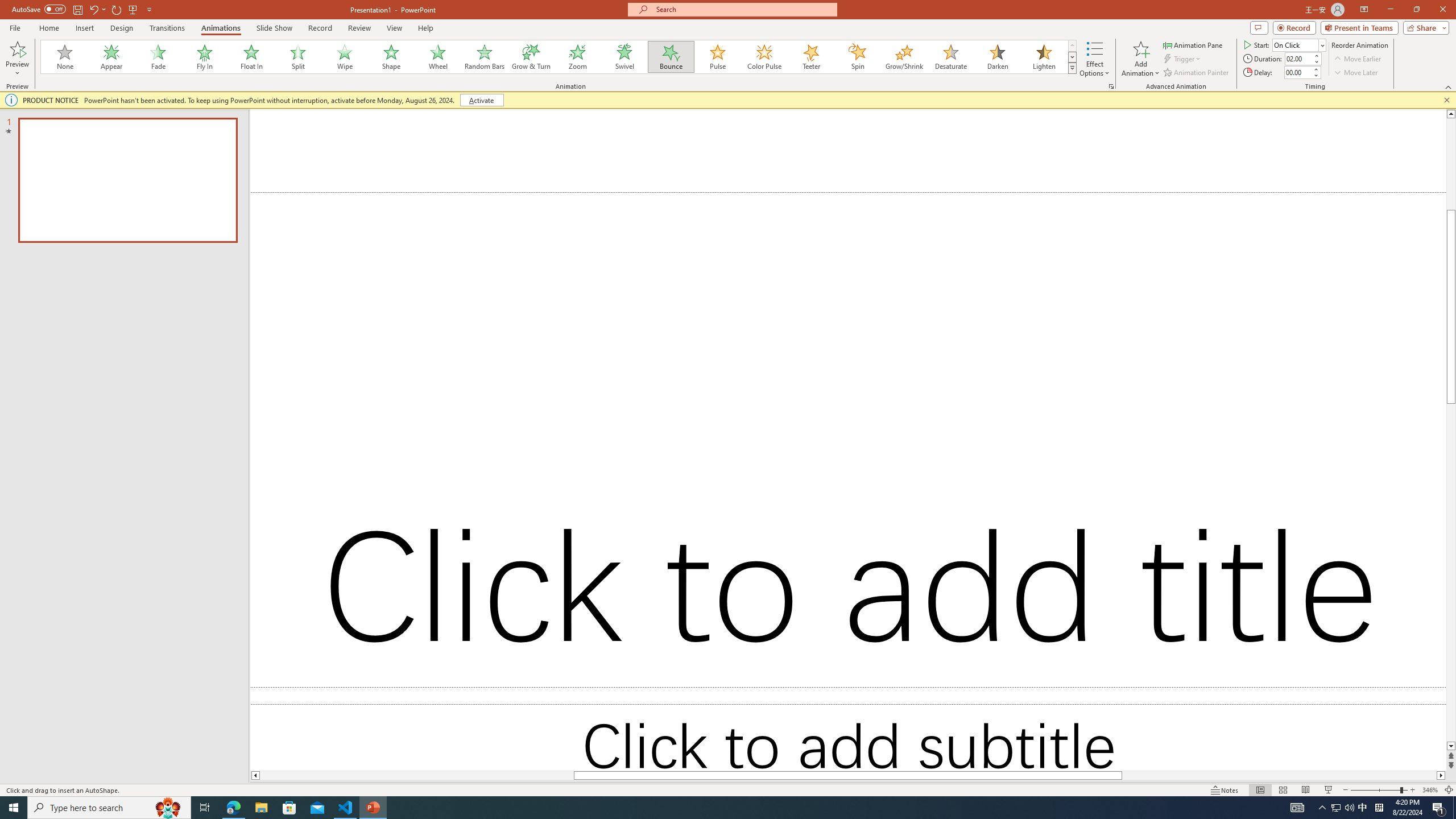 This screenshot has height=819, width=1456. What do you see at coordinates (717, 56) in the screenshot?
I see `'Pulse'` at bounding box center [717, 56].